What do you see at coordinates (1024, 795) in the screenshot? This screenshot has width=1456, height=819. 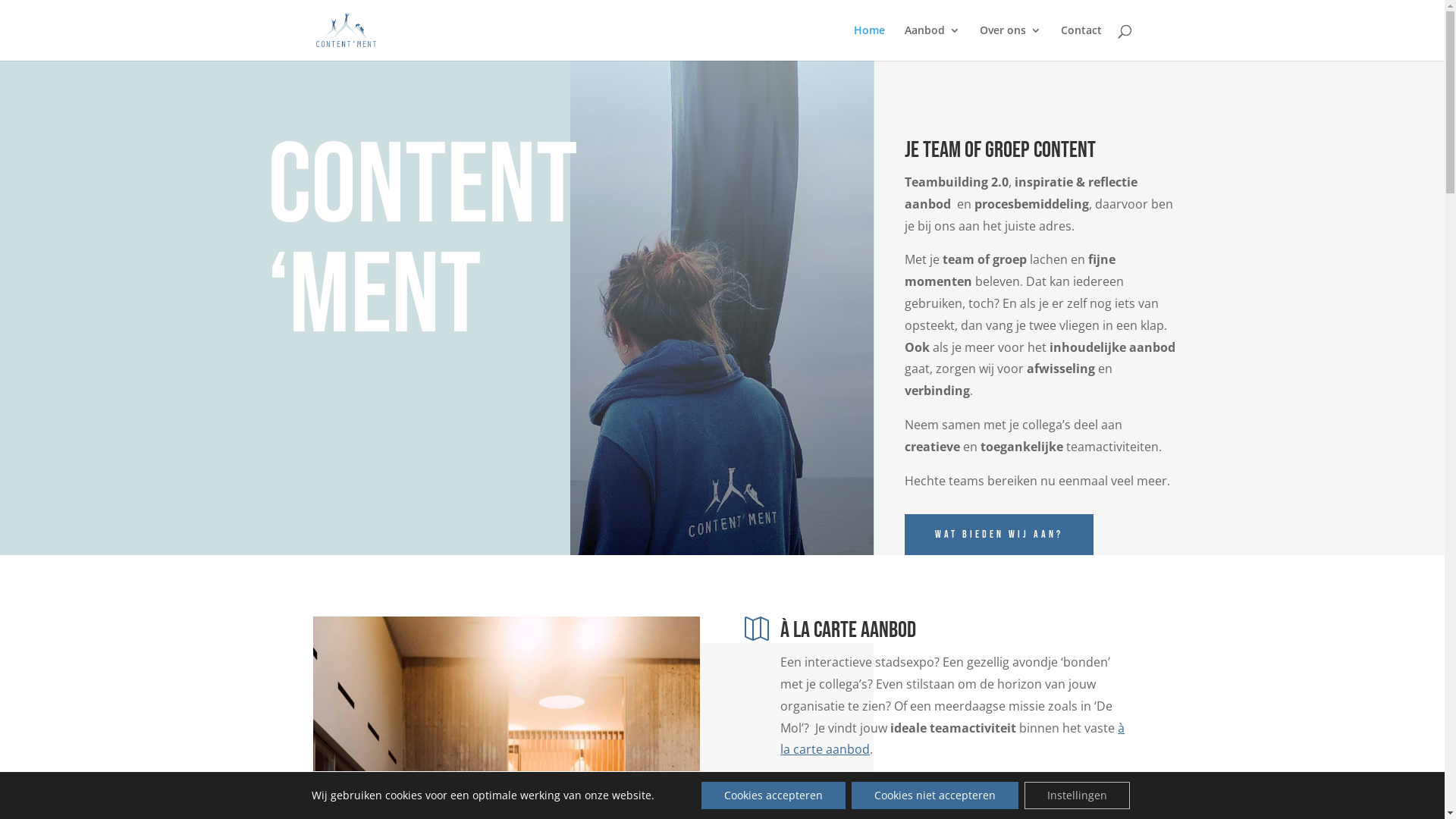 I see `'Instellingen'` at bounding box center [1024, 795].